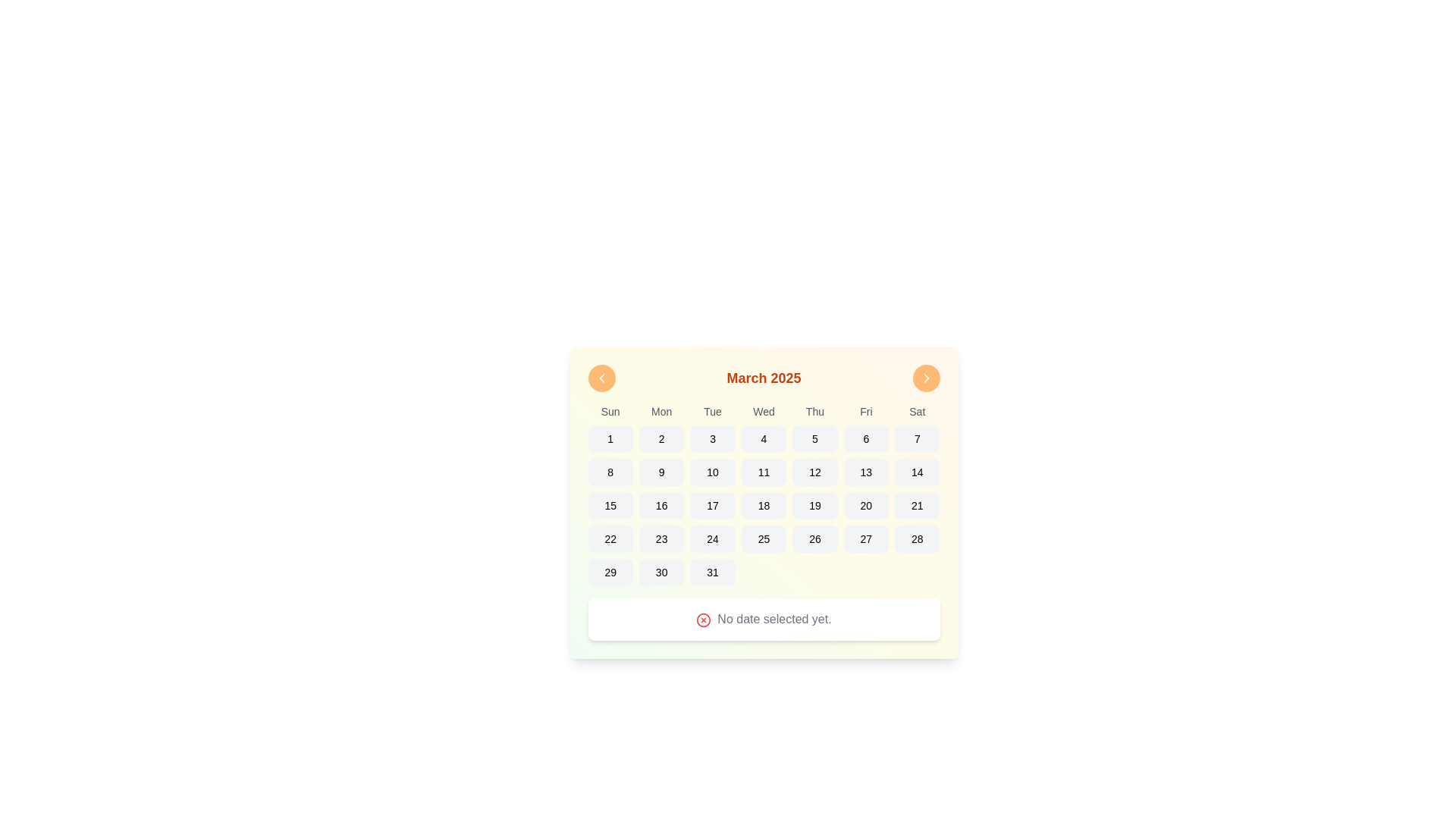 The width and height of the screenshot is (1456, 819). What do you see at coordinates (661, 506) in the screenshot?
I see `the button representing the 16th day of March 2025 in the calendar interface` at bounding box center [661, 506].